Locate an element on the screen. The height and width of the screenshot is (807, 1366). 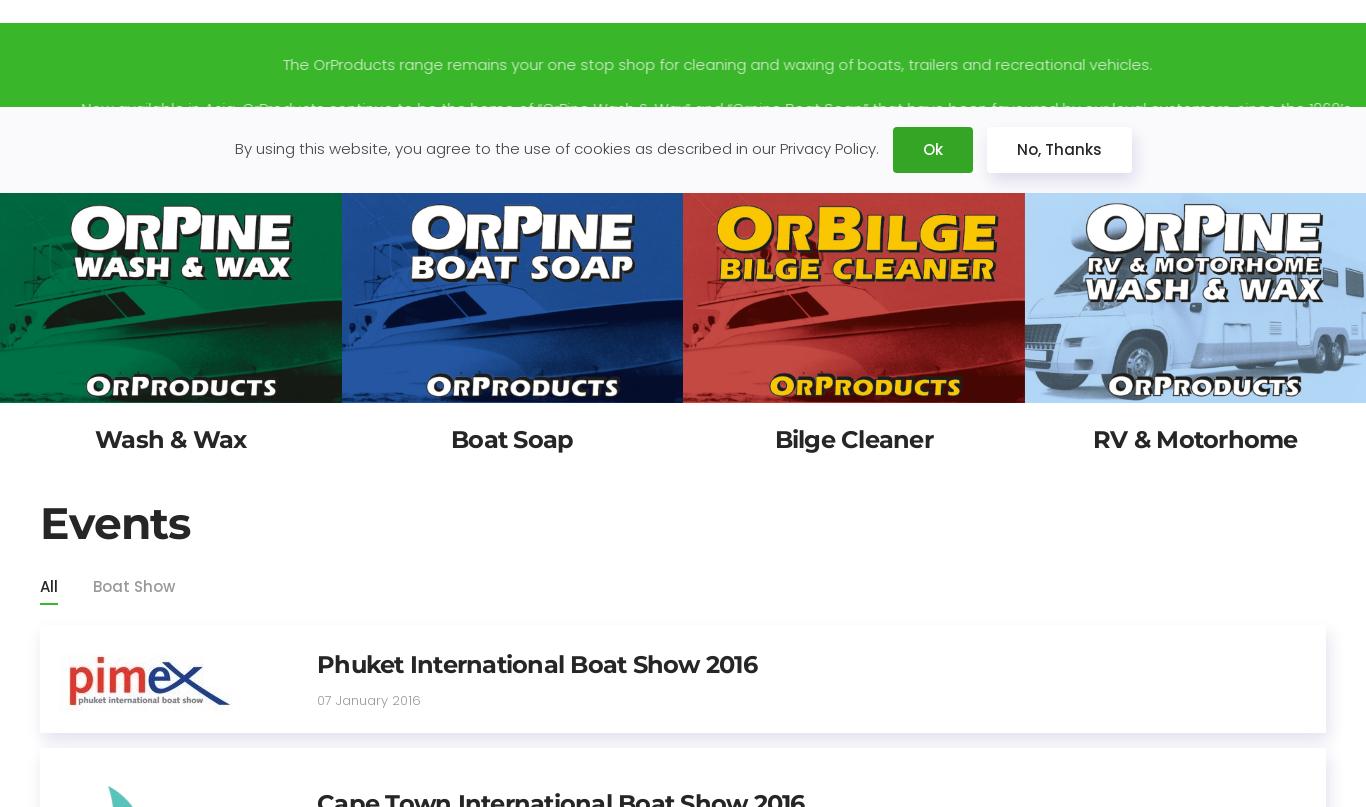
'Bilge Cleaner' is located at coordinates (852, 438).